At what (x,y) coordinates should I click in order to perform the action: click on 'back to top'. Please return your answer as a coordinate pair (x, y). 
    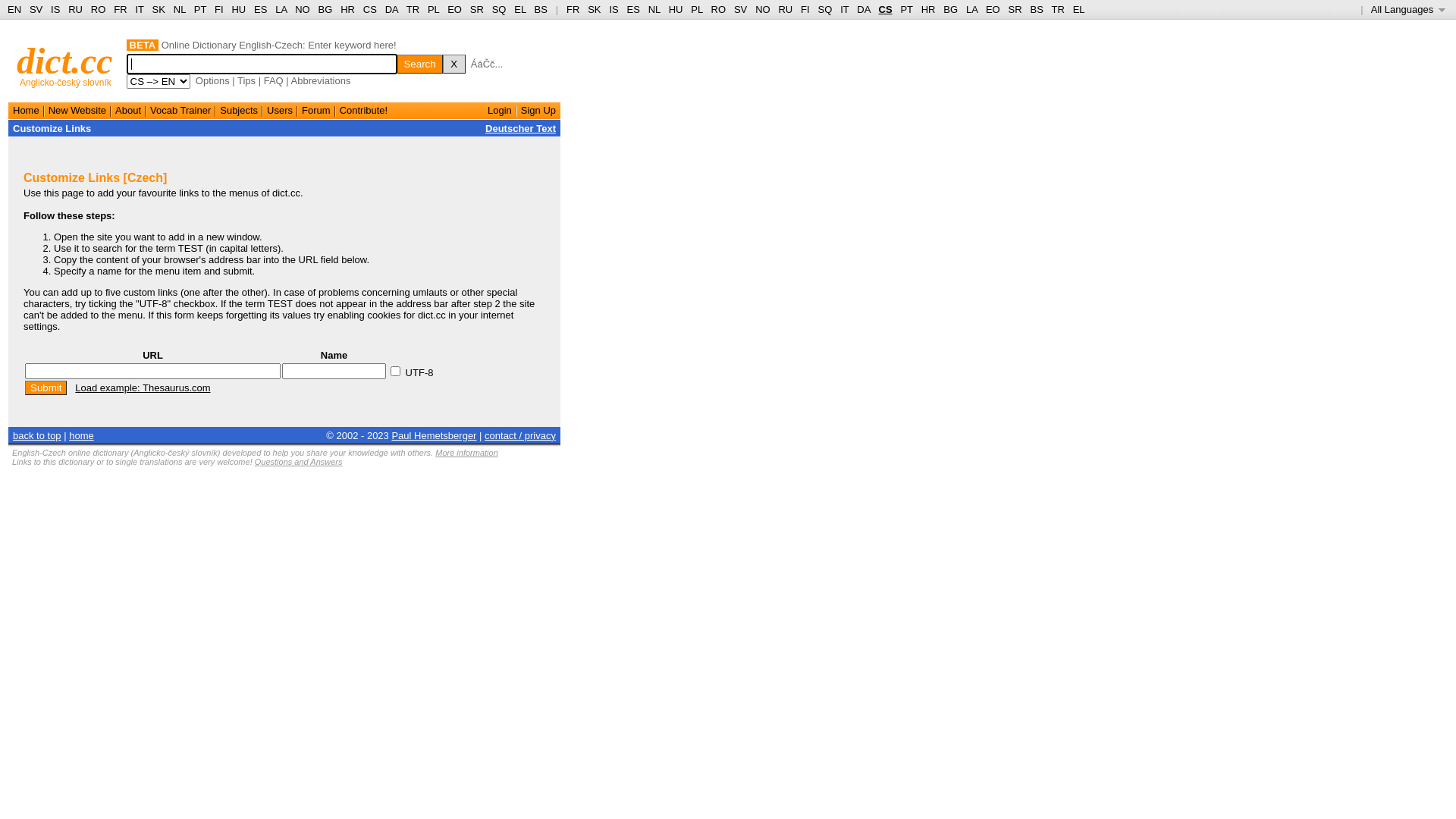
    Looking at the image, I should click on (36, 435).